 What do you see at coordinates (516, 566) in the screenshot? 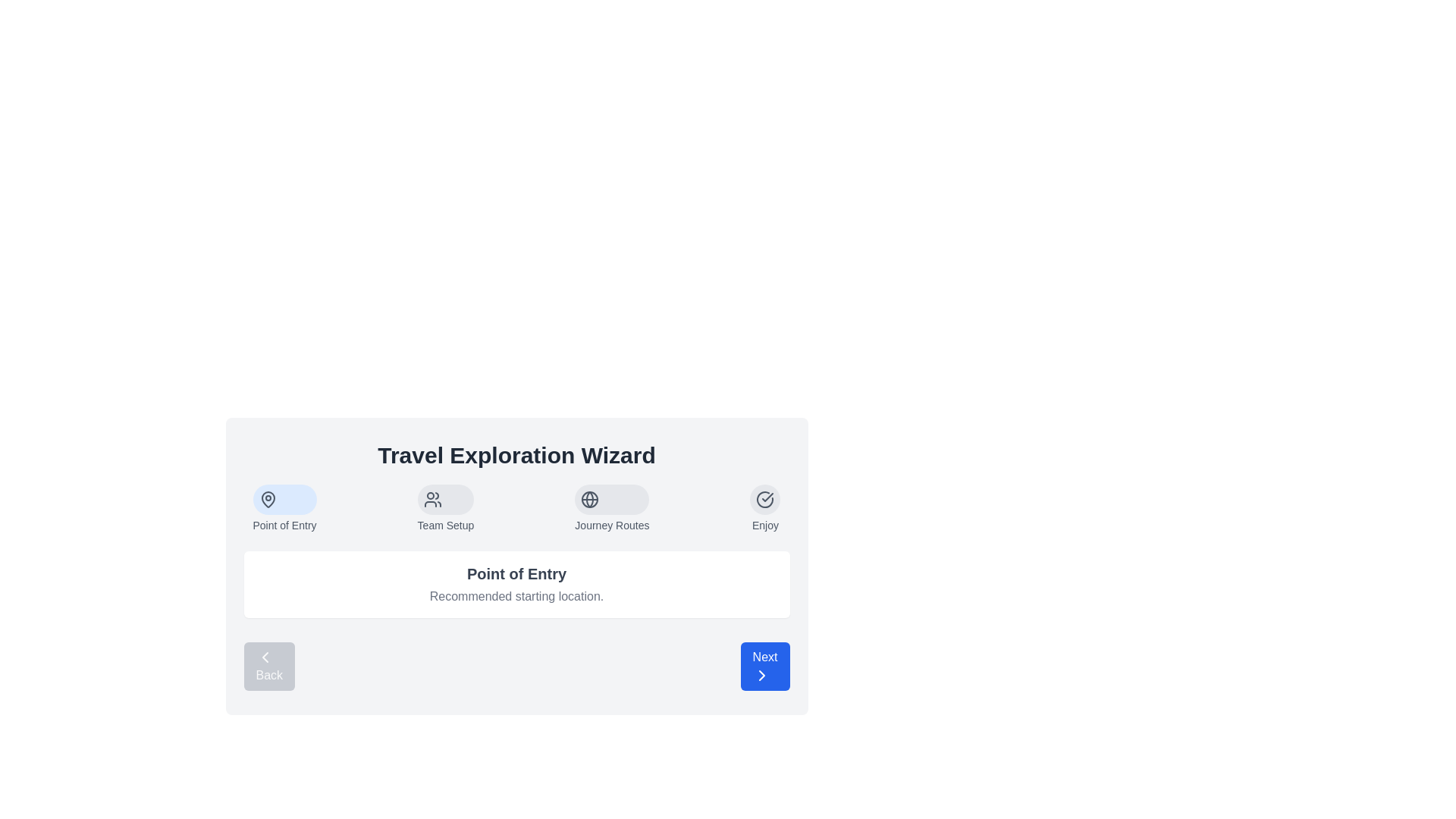
I see `the Informational card that provides guidance in a multi-step process, positioned centrally below the navigation bar` at bounding box center [516, 566].